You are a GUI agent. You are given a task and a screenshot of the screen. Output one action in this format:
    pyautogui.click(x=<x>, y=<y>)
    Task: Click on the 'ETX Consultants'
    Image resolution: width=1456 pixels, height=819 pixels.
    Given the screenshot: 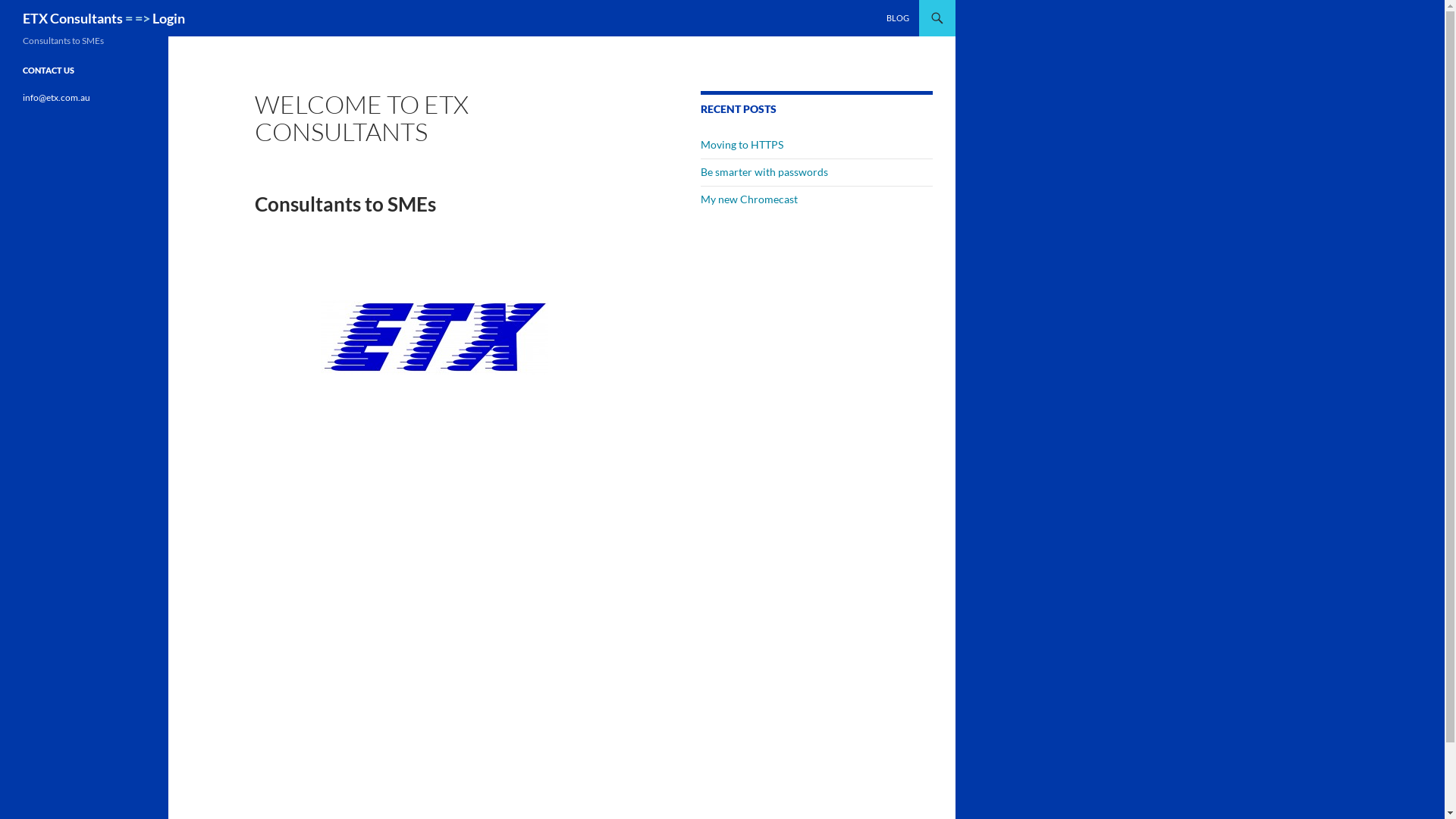 What is the action you would take?
    pyautogui.click(x=72, y=17)
    